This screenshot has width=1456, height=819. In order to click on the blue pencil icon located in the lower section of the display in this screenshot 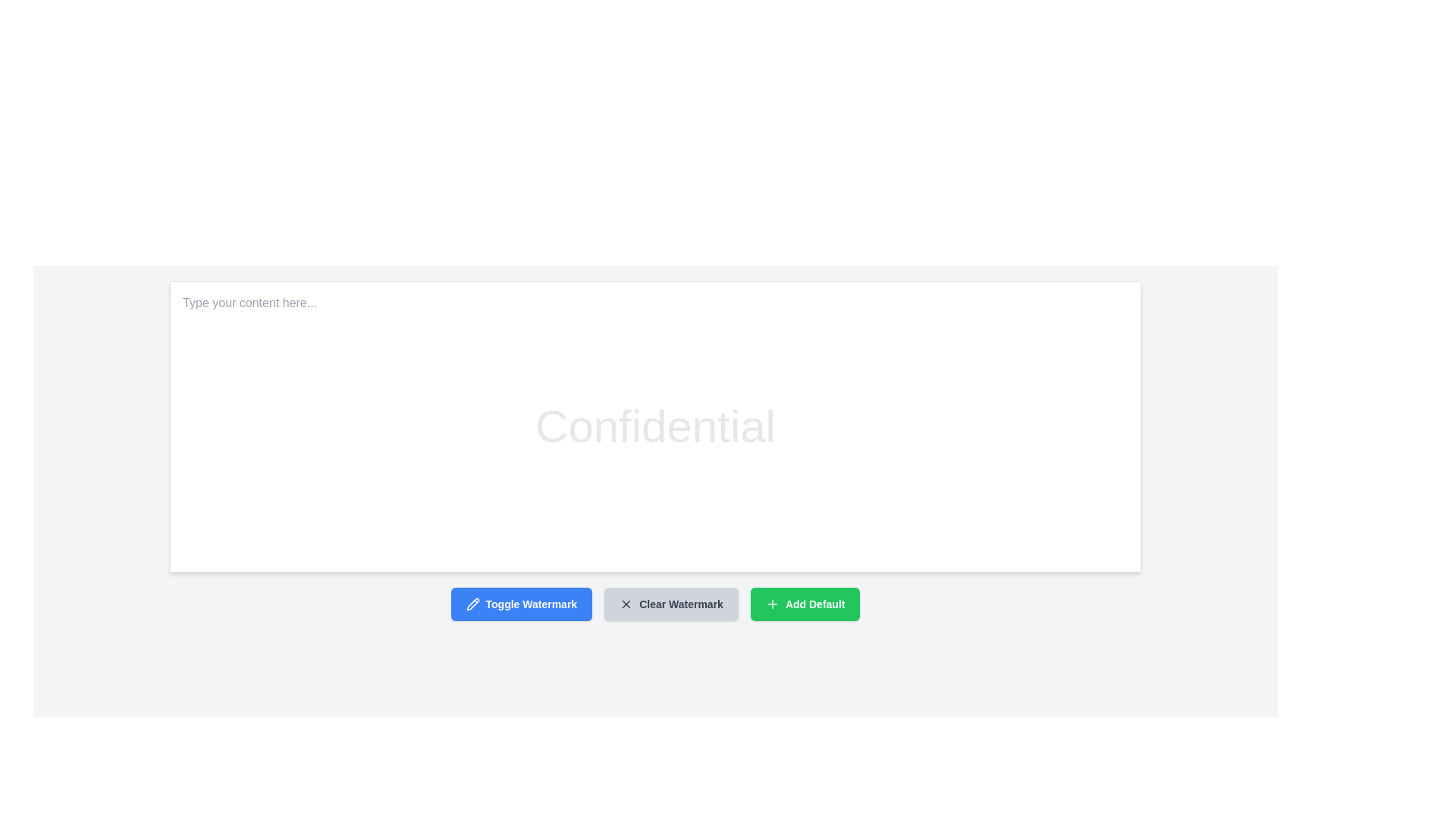, I will do `click(472, 604)`.